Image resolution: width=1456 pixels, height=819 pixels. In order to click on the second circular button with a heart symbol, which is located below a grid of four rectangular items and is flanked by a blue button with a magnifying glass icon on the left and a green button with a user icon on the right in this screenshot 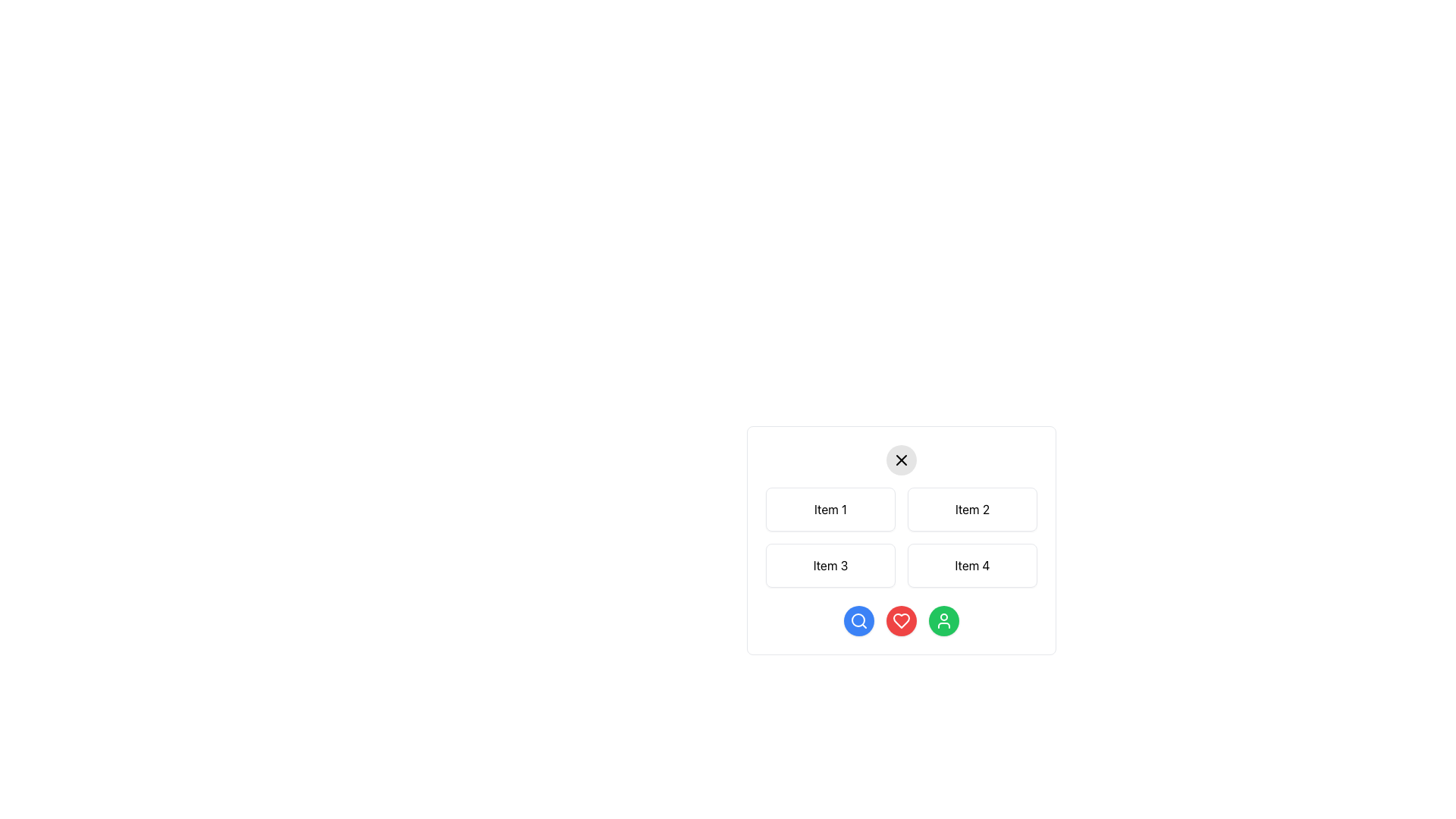, I will do `click(902, 620)`.